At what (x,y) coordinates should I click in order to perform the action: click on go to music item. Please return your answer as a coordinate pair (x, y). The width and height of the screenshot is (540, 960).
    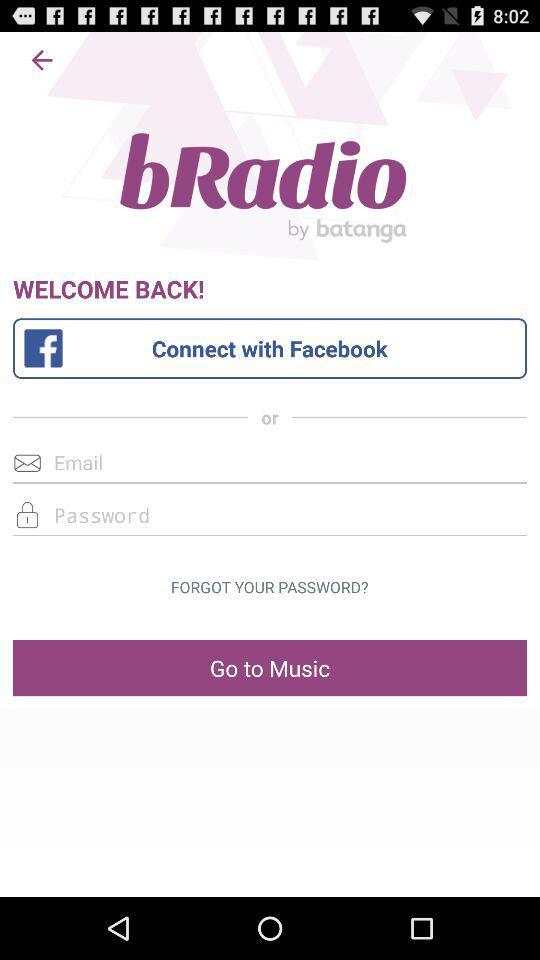
    Looking at the image, I should click on (270, 668).